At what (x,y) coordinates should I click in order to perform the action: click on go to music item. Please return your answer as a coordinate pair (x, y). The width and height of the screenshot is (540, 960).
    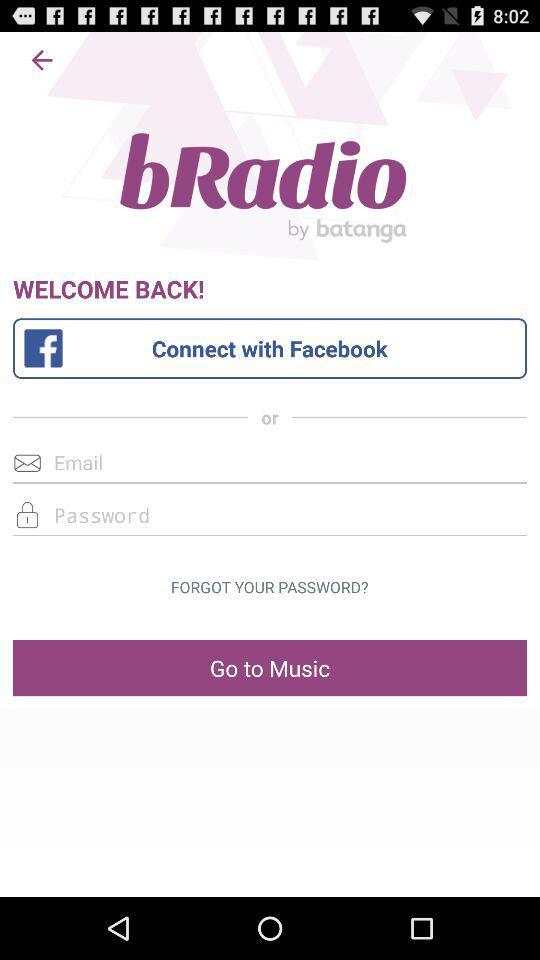
    Looking at the image, I should click on (270, 668).